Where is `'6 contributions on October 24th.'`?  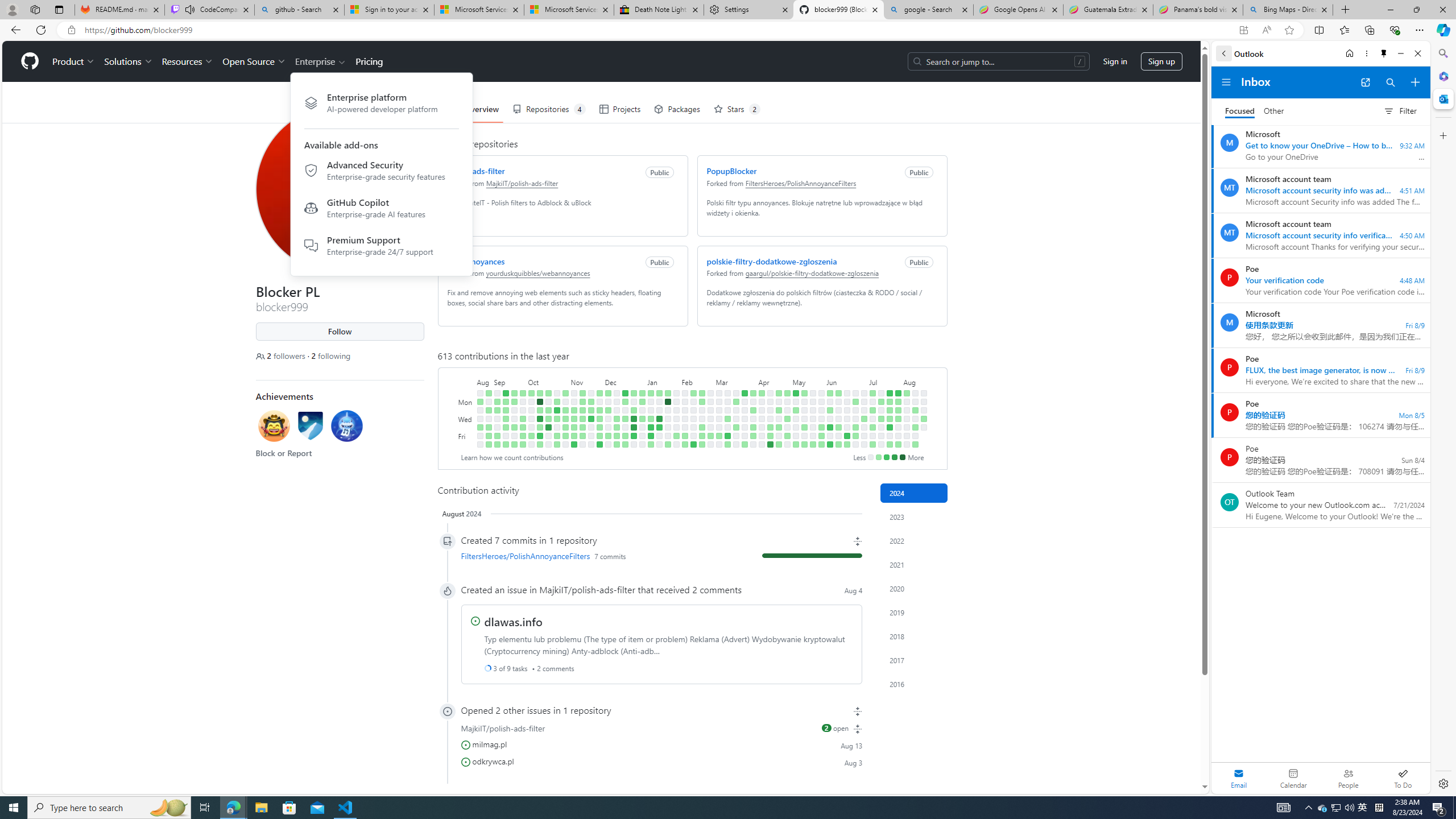
'6 contributions on October 24th.' is located at coordinates (556, 409).